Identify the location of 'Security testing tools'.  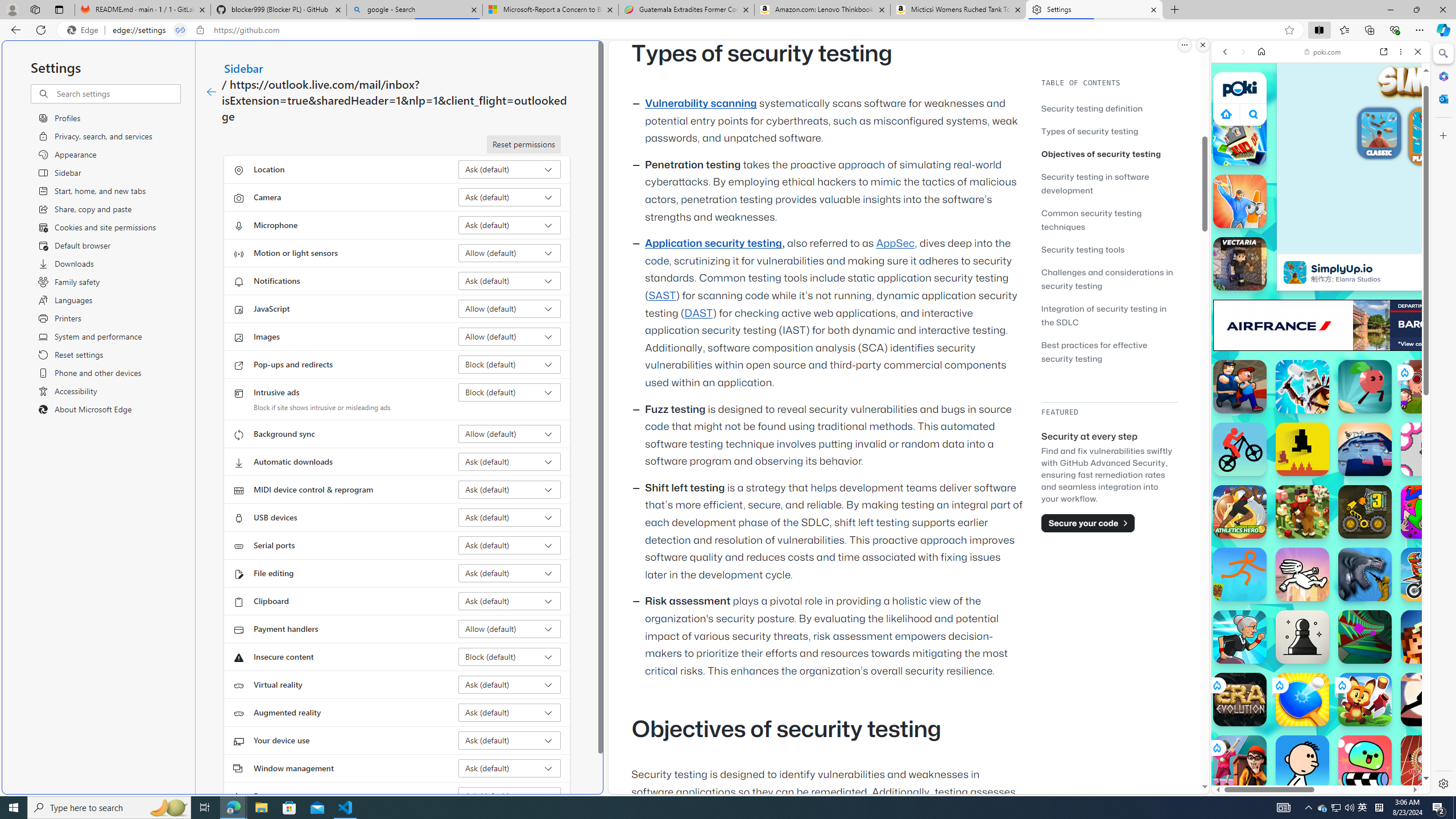
(1108, 249).